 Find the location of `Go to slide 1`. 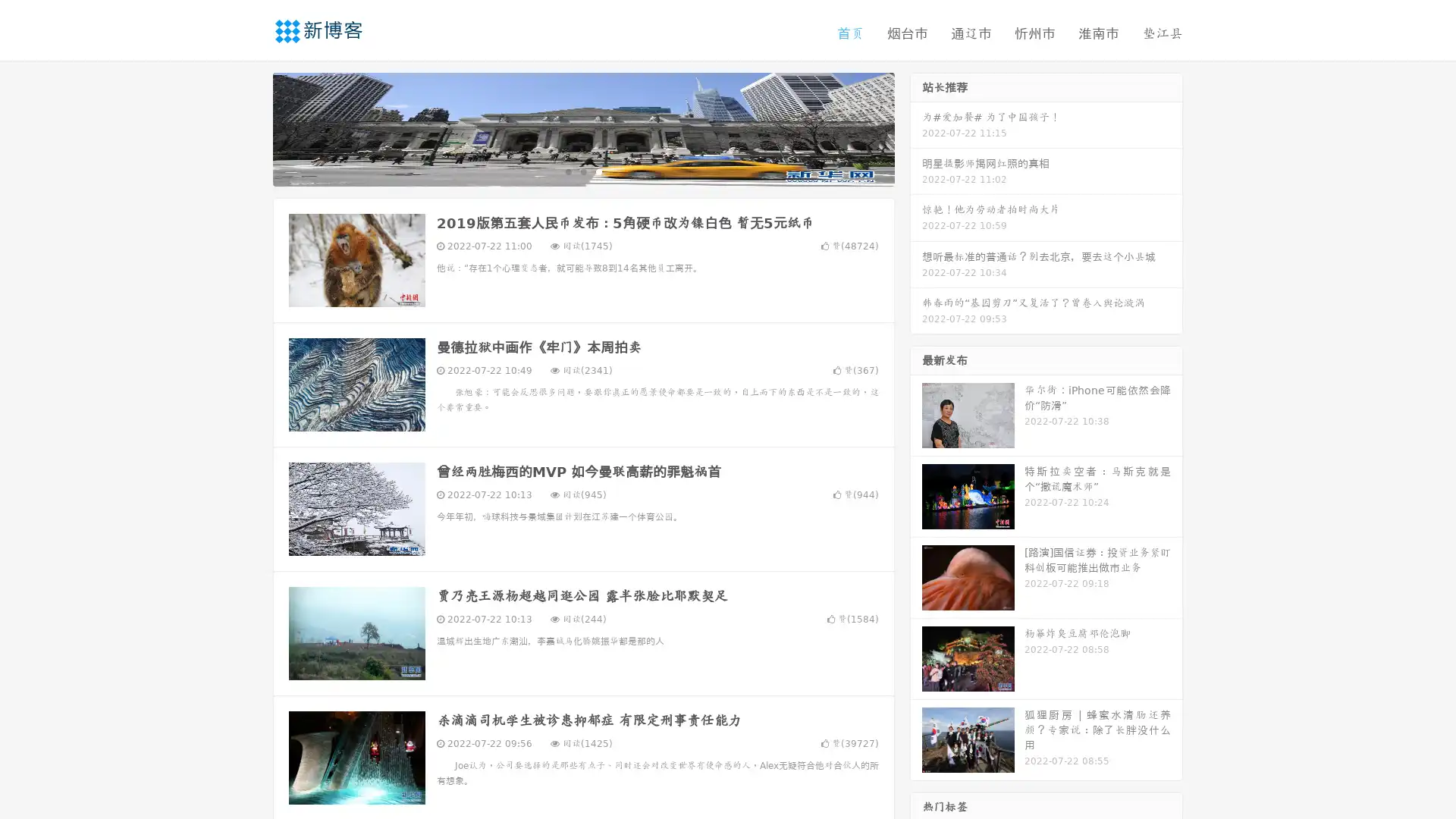

Go to slide 1 is located at coordinates (567, 171).